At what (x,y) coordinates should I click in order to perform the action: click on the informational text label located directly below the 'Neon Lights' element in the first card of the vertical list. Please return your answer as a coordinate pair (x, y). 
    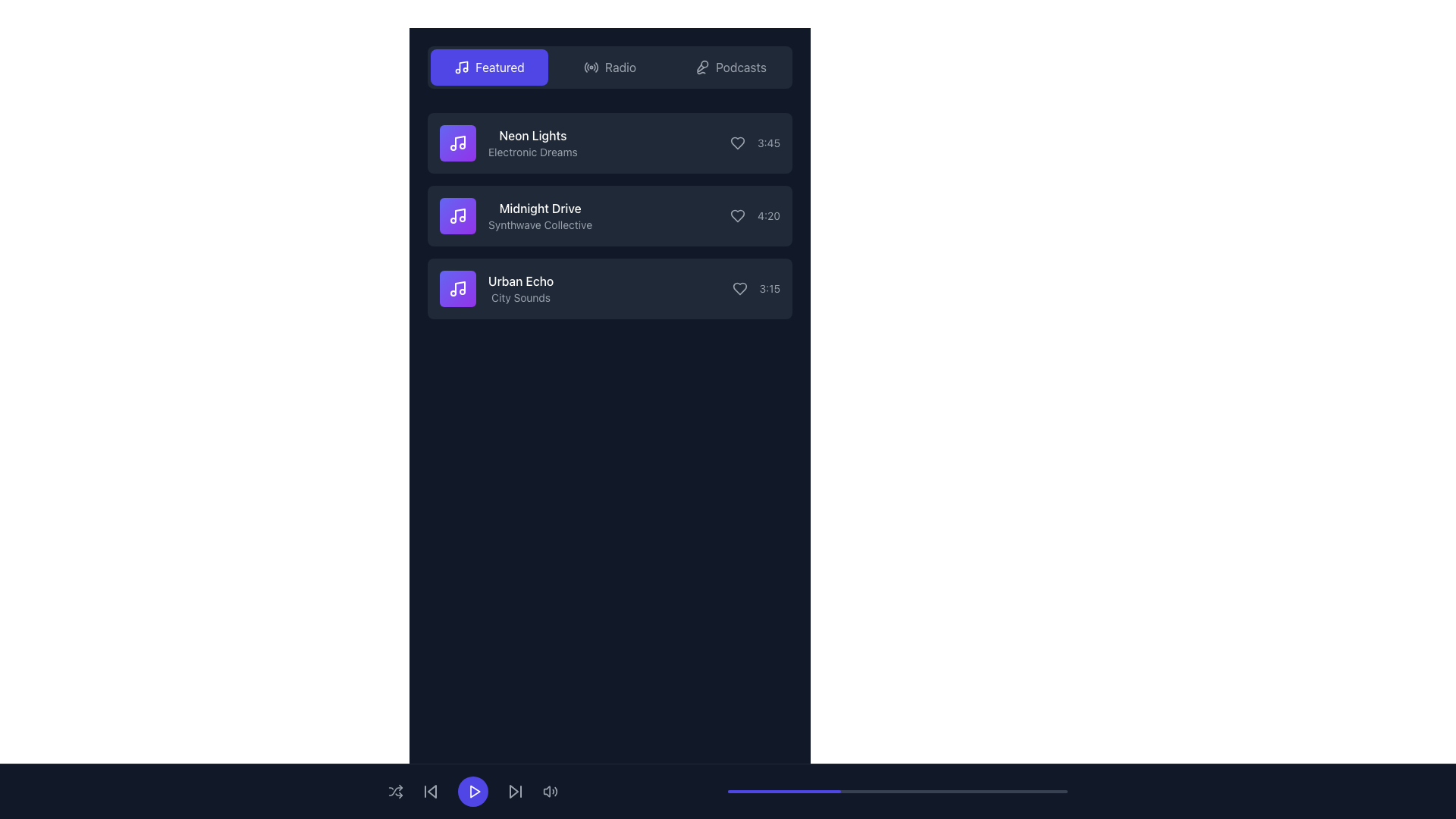
    Looking at the image, I should click on (532, 152).